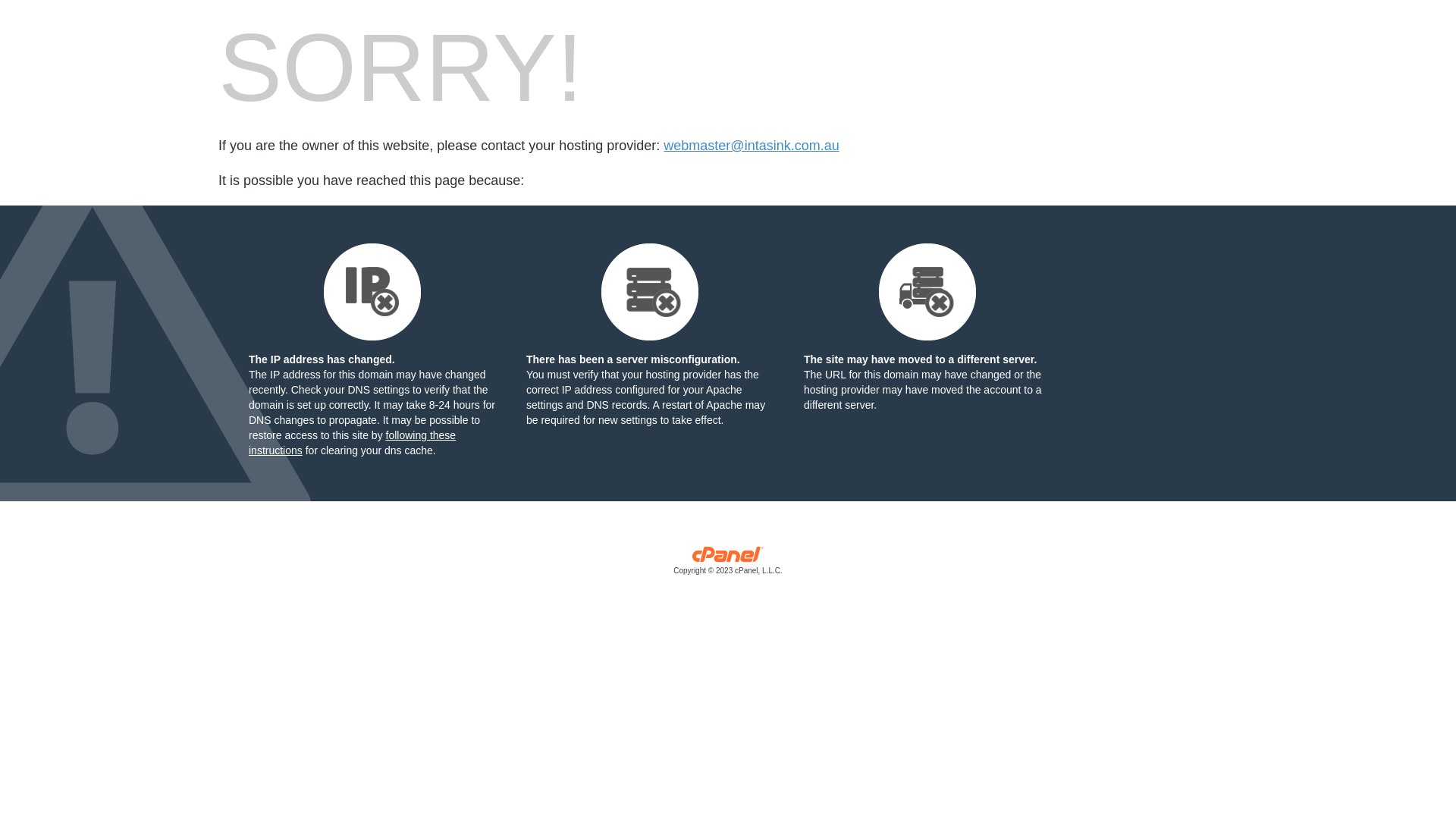  What do you see at coordinates (351, 442) in the screenshot?
I see `'following these instructions'` at bounding box center [351, 442].